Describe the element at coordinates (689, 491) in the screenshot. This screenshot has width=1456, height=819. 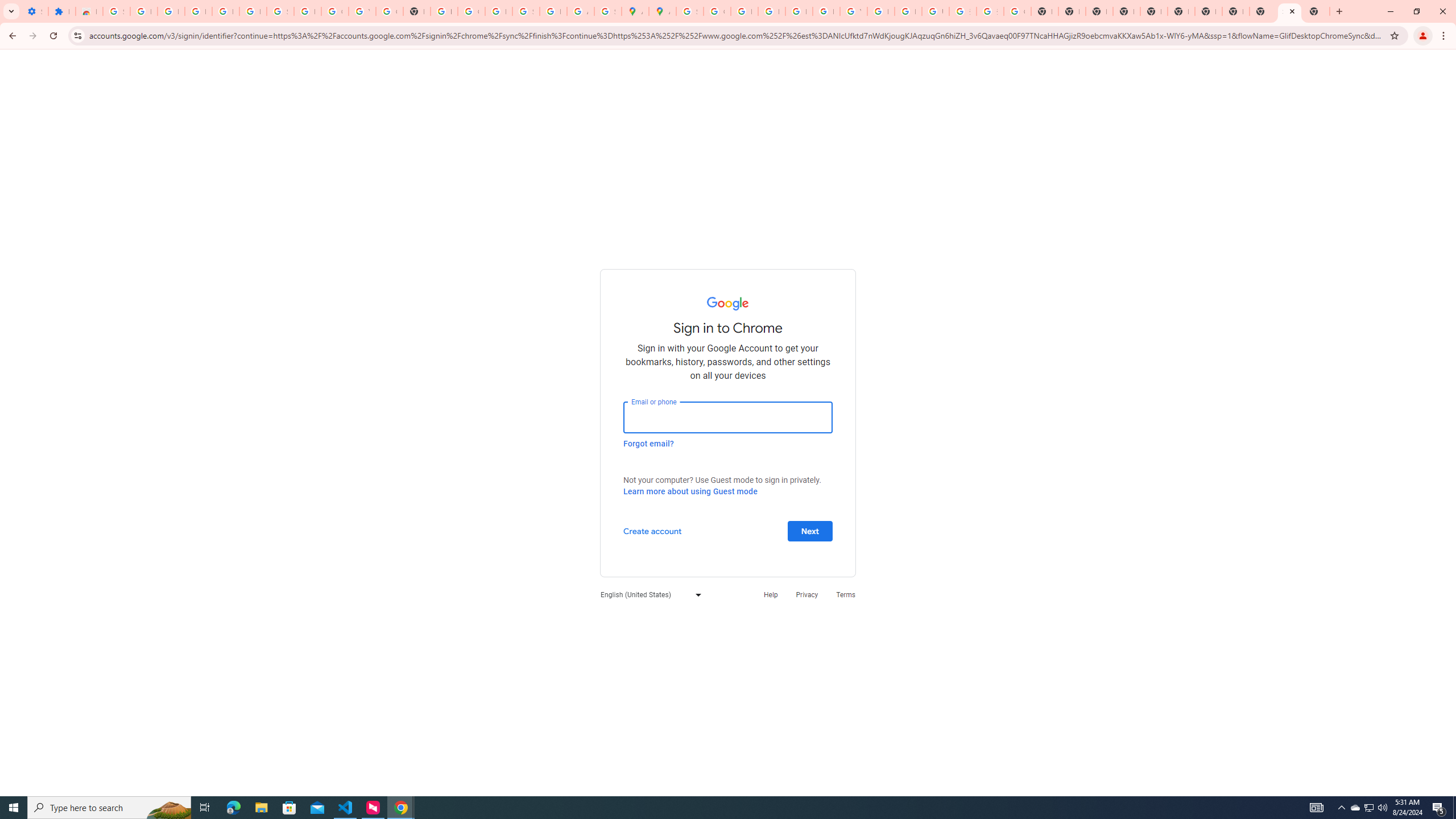
I see `'Learn more about using Guest mode'` at that location.